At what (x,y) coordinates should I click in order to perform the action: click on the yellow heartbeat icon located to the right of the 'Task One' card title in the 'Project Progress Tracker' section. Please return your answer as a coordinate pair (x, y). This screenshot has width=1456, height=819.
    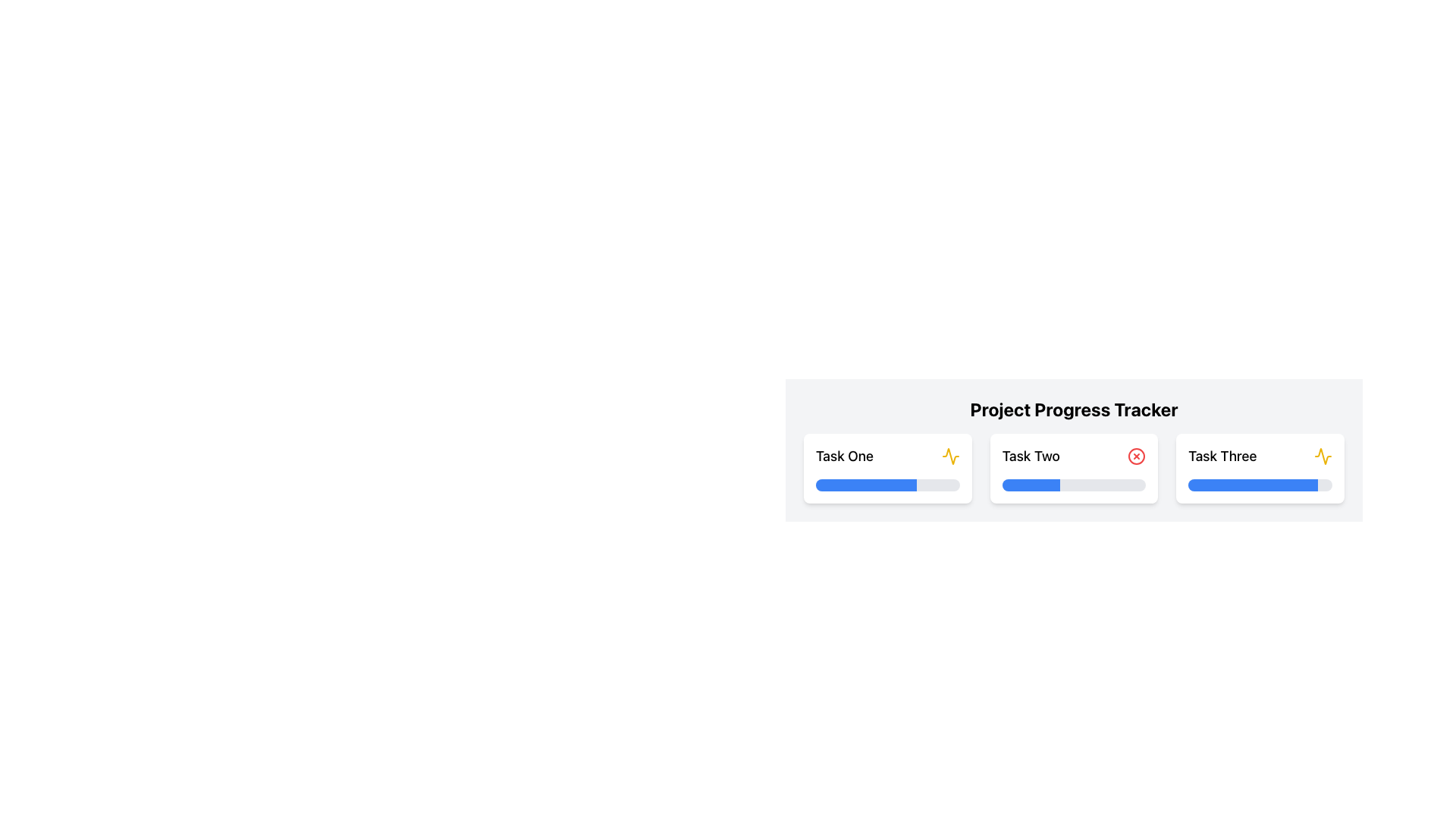
    Looking at the image, I should click on (1323, 455).